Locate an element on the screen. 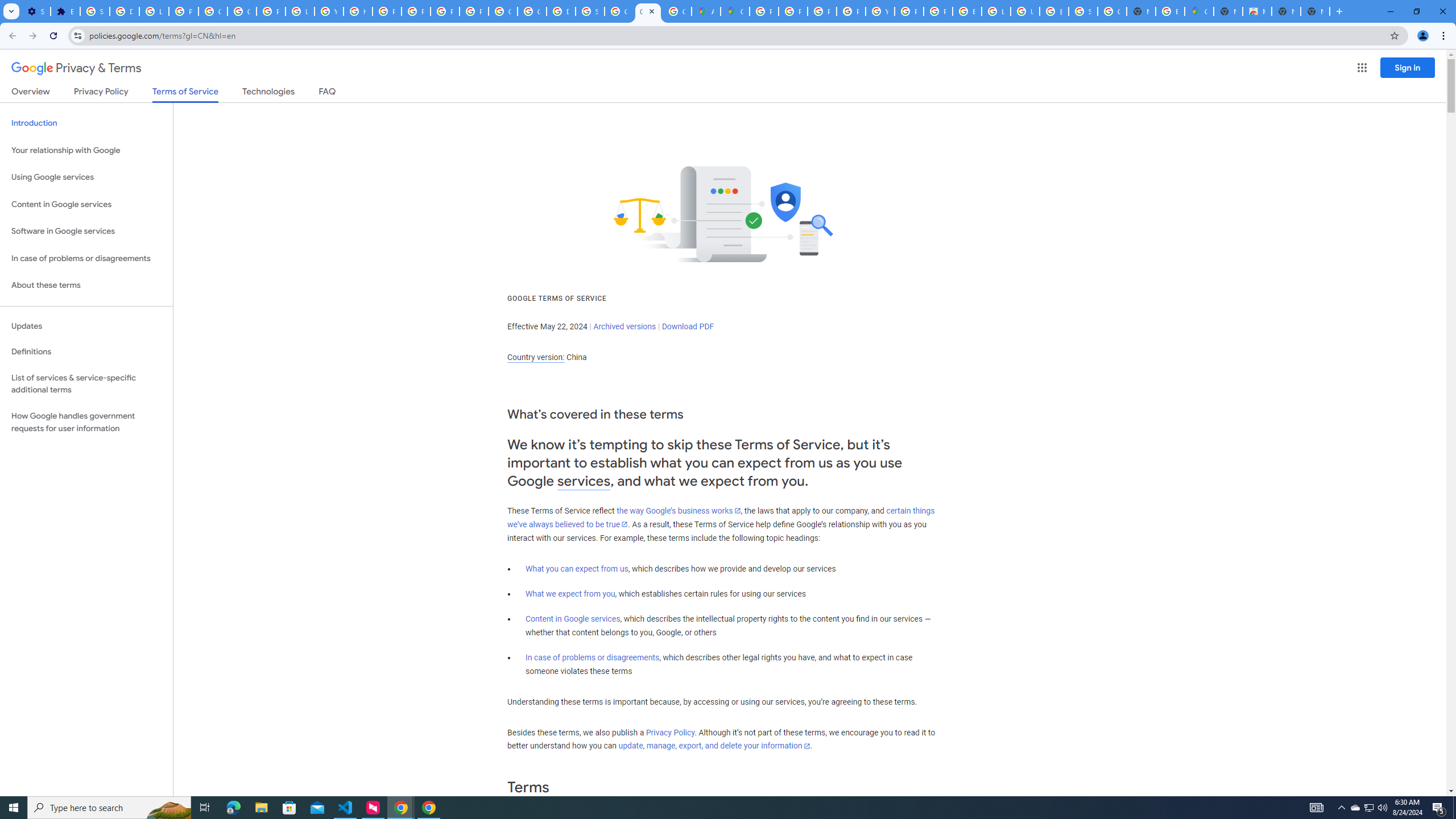  'Privacy Help Center - Policies Help' is located at coordinates (386, 11).